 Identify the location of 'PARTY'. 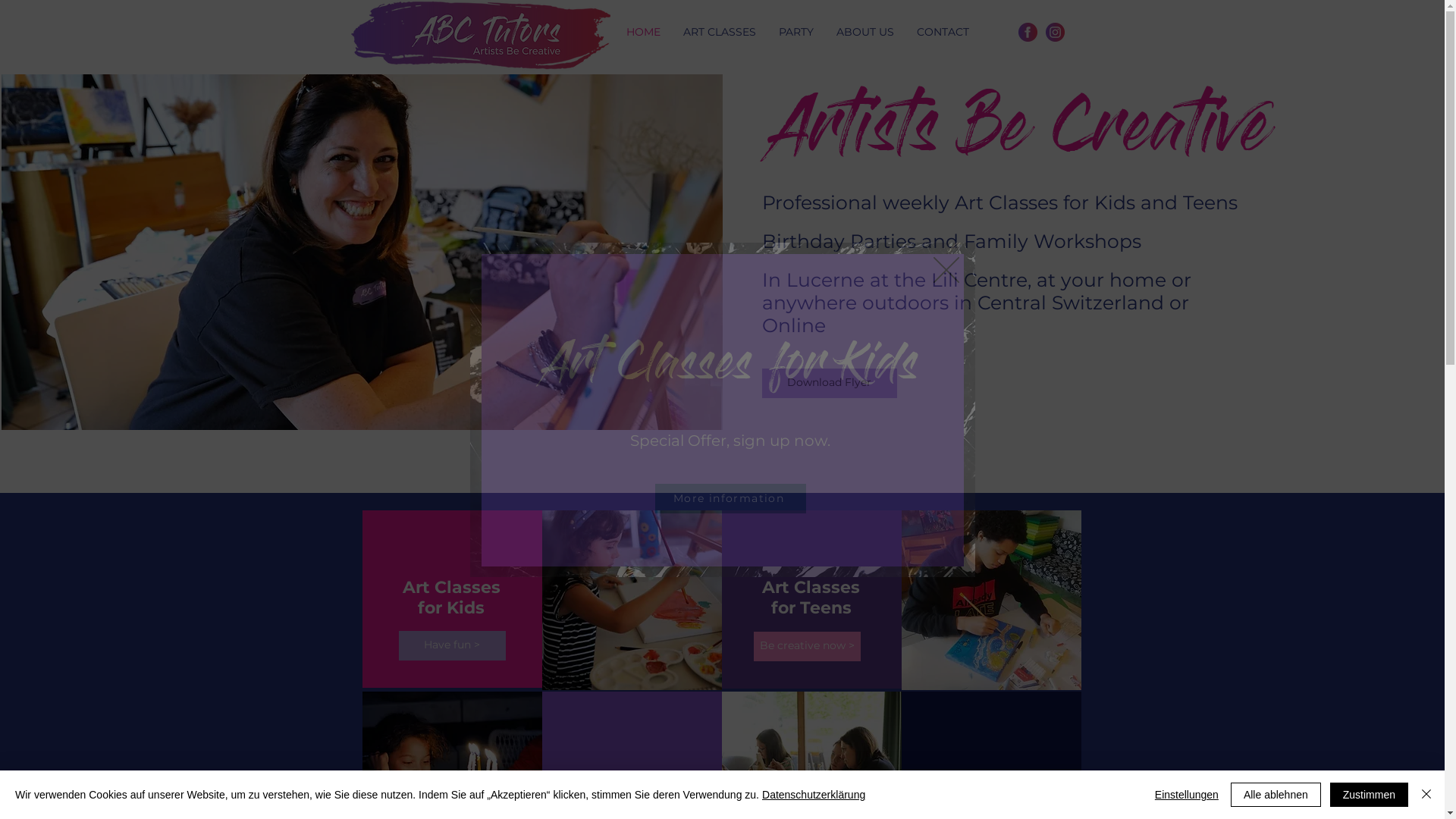
(795, 32).